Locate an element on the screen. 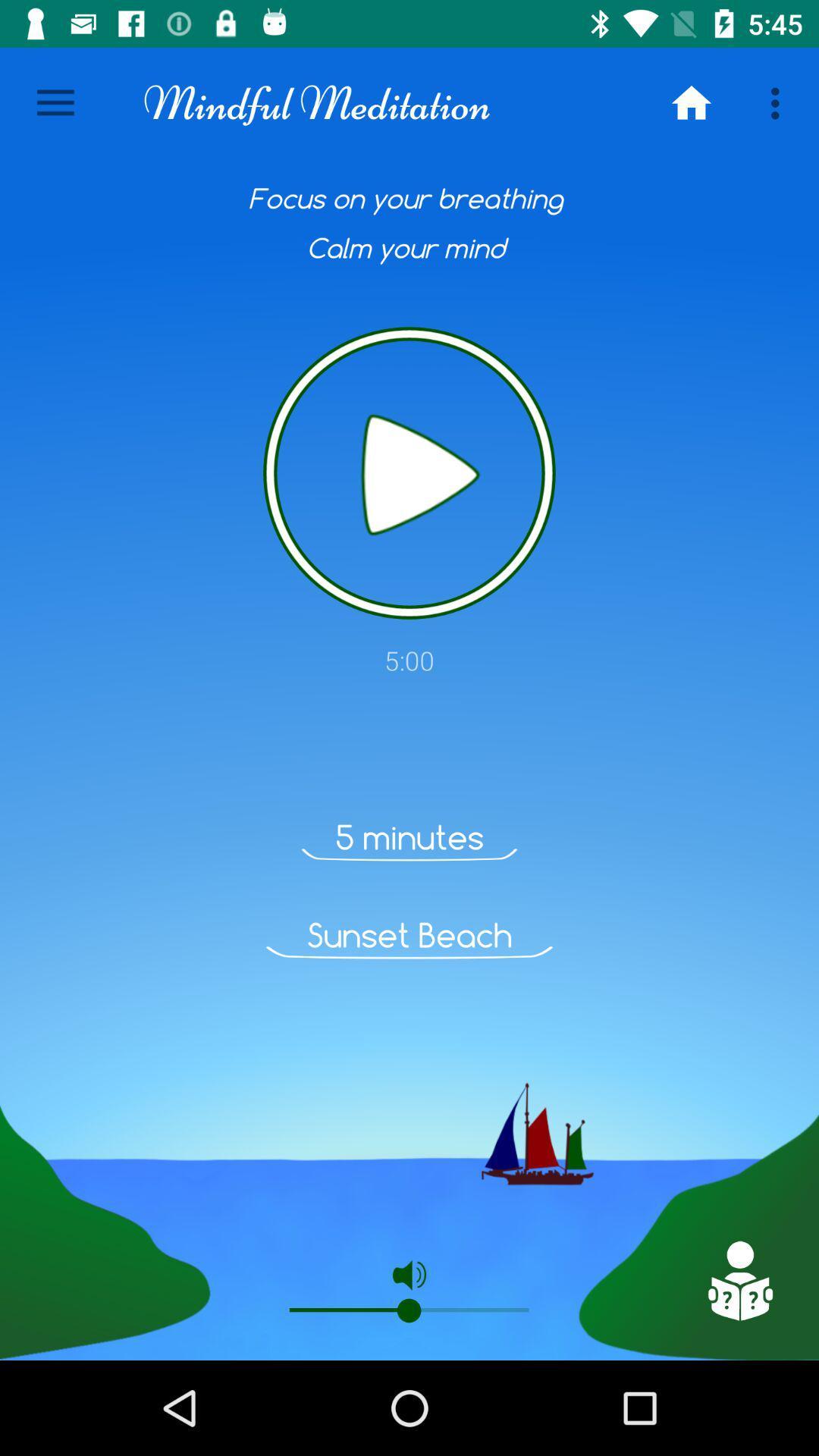 This screenshot has width=819, height=1456. button is located at coordinates (409, 472).